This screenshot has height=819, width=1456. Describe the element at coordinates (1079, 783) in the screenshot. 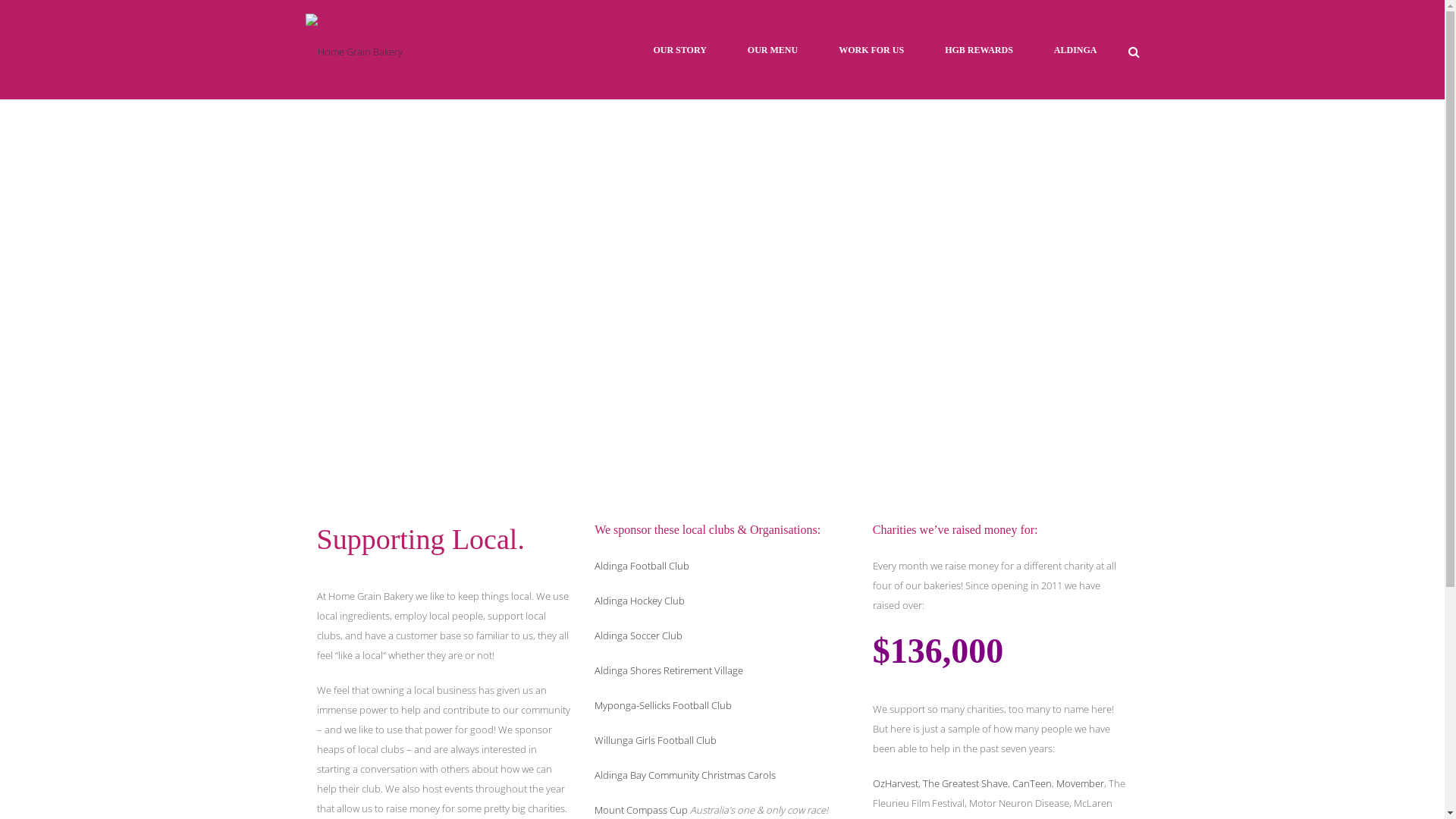

I see `'Movember'` at that location.